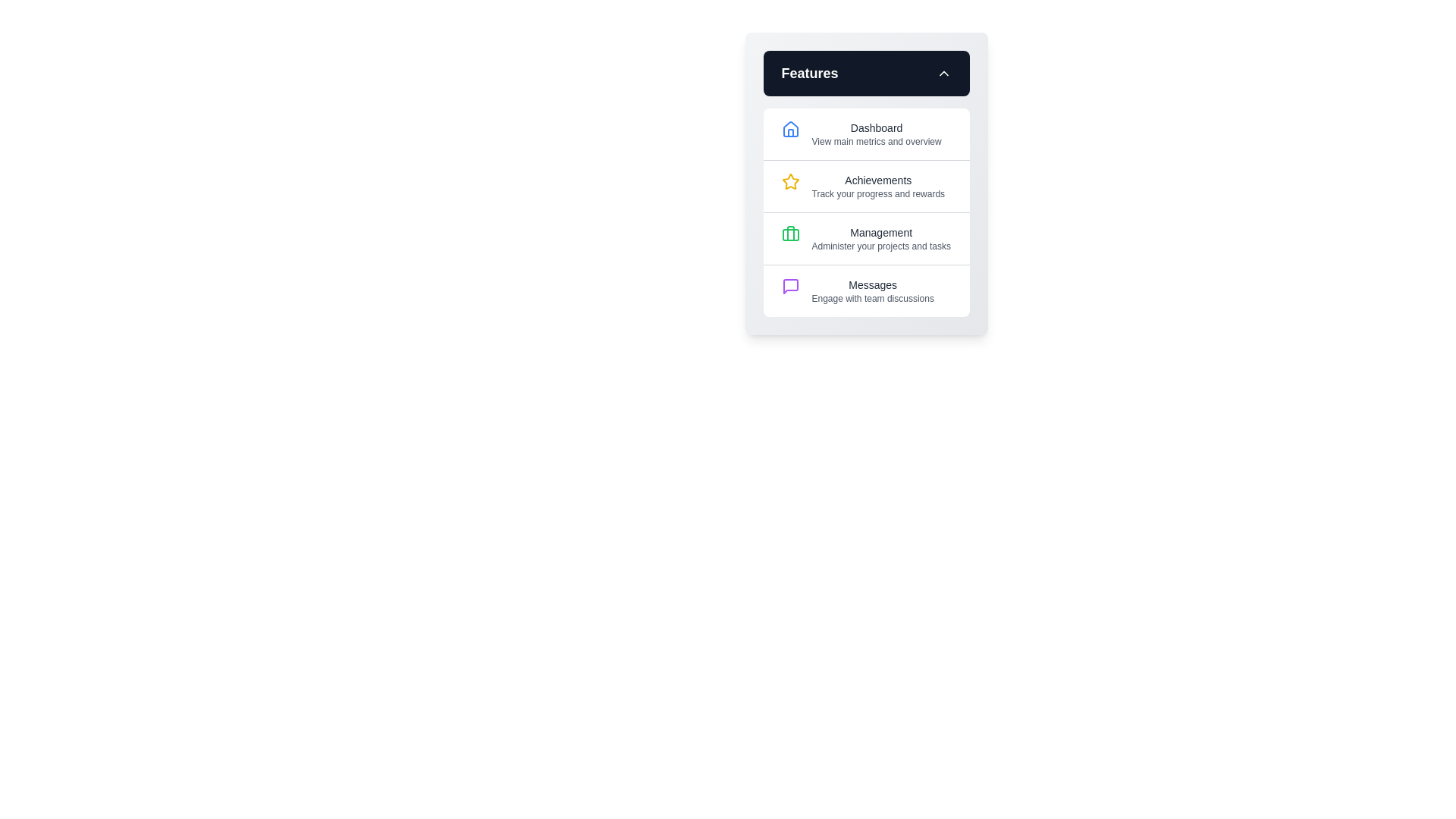 The width and height of the screenshot is (1456, 819). I want to click on the static text label positioned in the third row of the menu, under 'Achievements' and above 'Messages', which represents management-related functionalities, so click(881, 233).